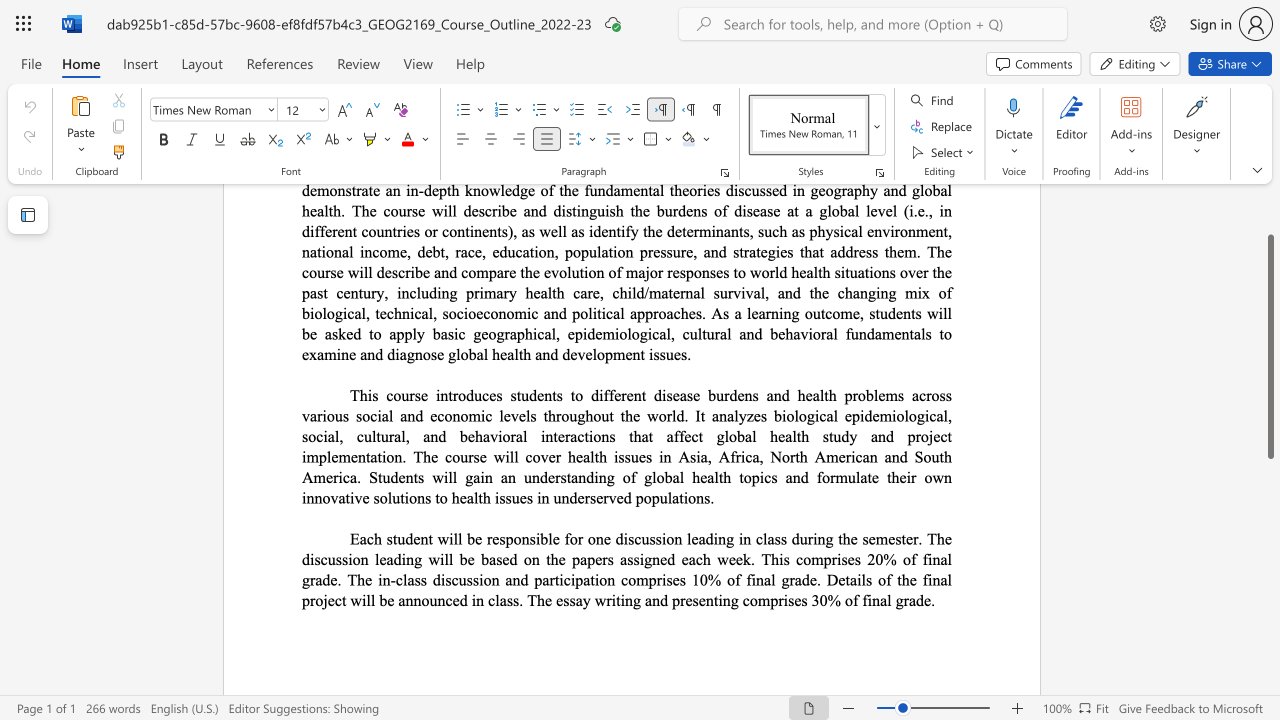  What do you see at coordinates (1269, 346) in the screenshot?
I see `the scrollbar and move down 270 pixels` at bounding box center [1269, 346].